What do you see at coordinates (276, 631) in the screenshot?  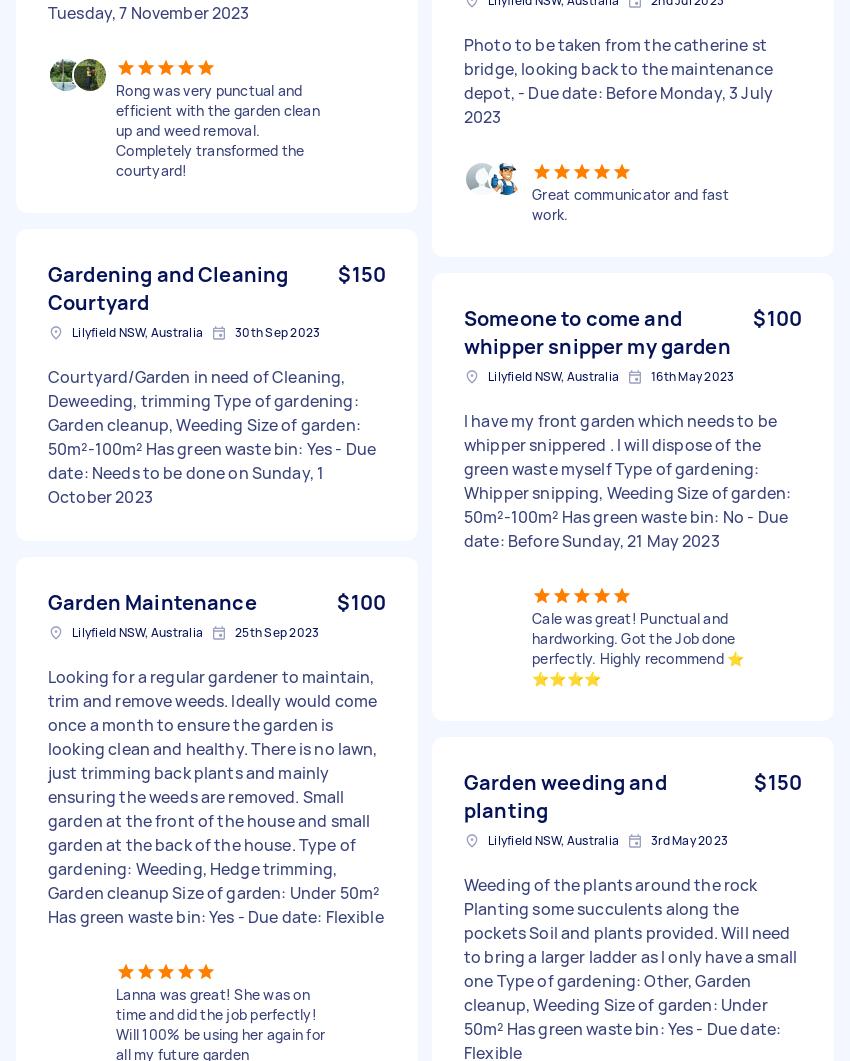 I see `'25th Sep 2023'` at bounding box center [276, 631].